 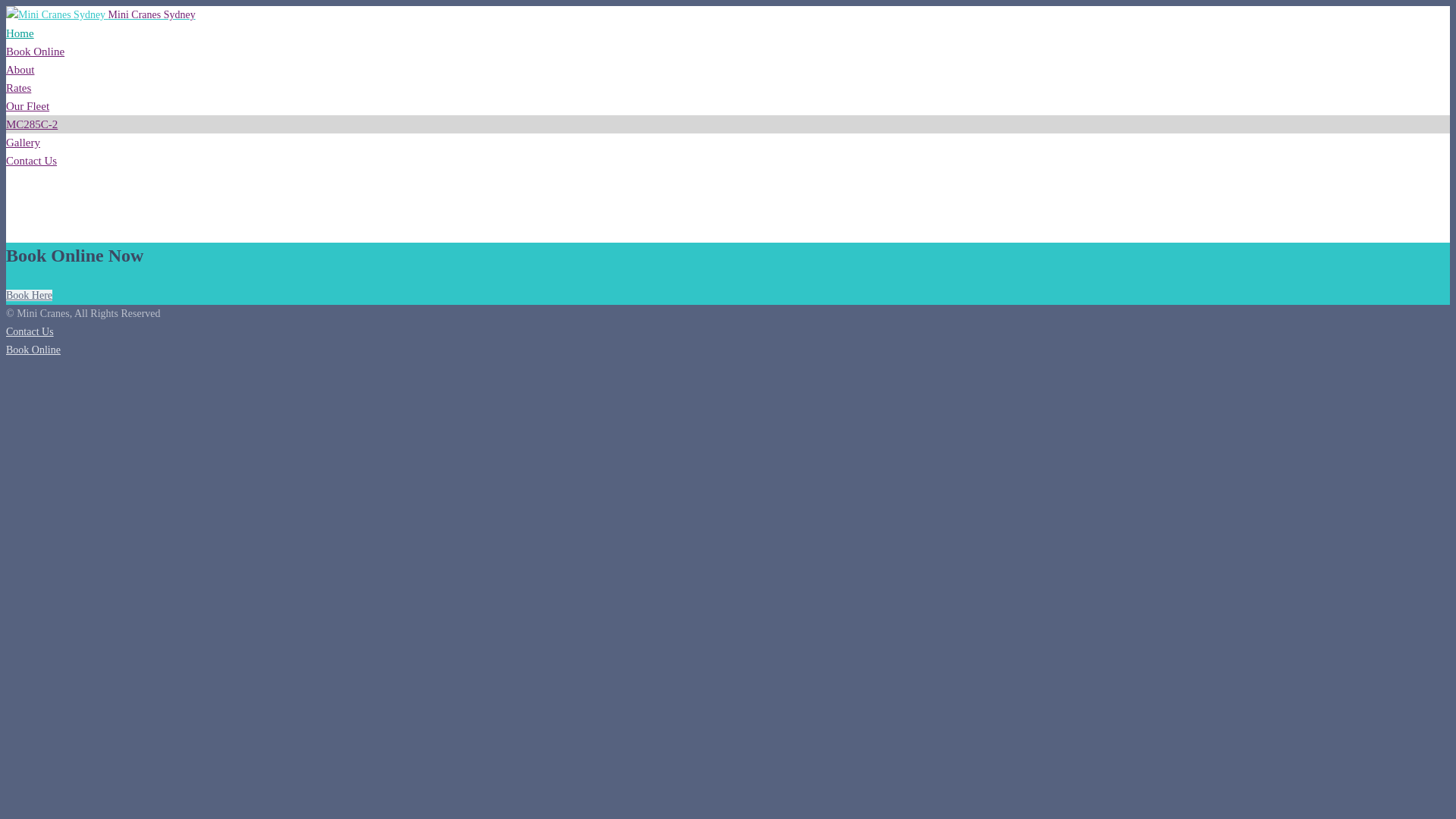 What do you see at coordinates (29, 295) in the screenshot?
I see `'Book Here'` at bounding box center [29, 295].